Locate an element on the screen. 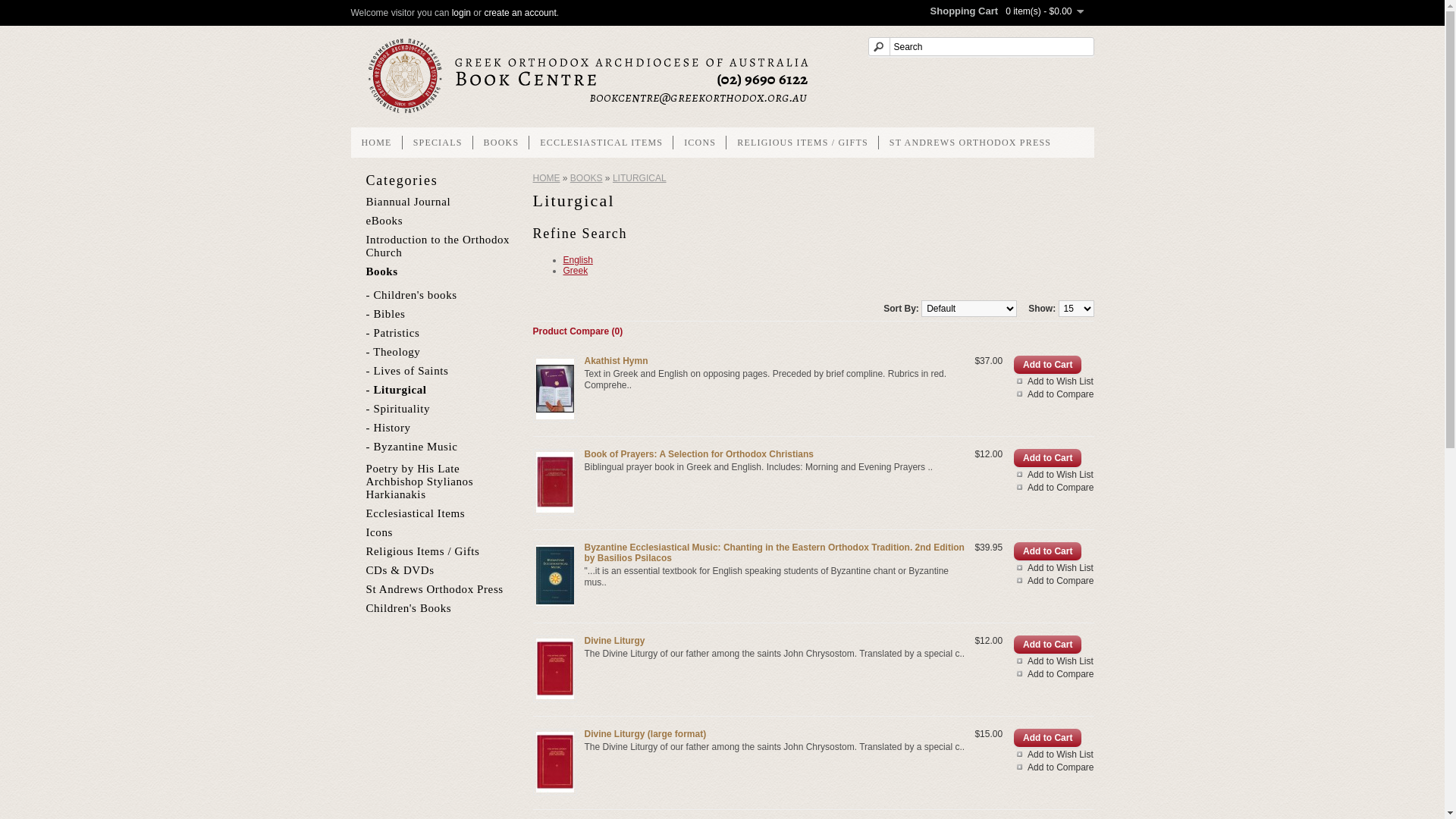 This screenshot has height=819, width=1456. 'Icons' is located at coordinates (378, 532).